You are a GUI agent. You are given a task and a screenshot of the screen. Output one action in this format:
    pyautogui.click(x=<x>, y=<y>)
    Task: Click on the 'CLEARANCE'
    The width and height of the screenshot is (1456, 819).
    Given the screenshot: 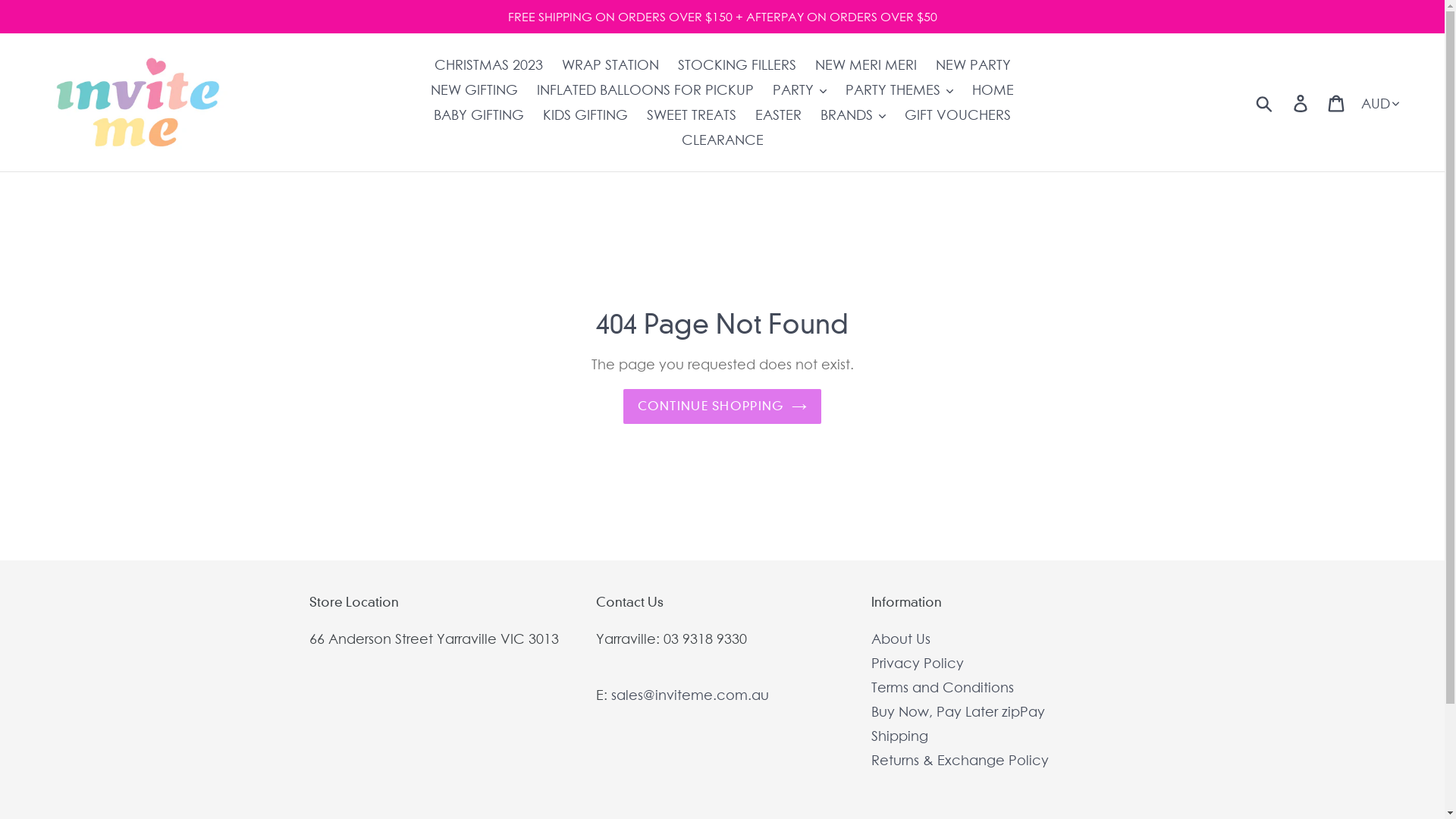 What is the action you would take?
    pyautogui.click(x=720, y=140)
    